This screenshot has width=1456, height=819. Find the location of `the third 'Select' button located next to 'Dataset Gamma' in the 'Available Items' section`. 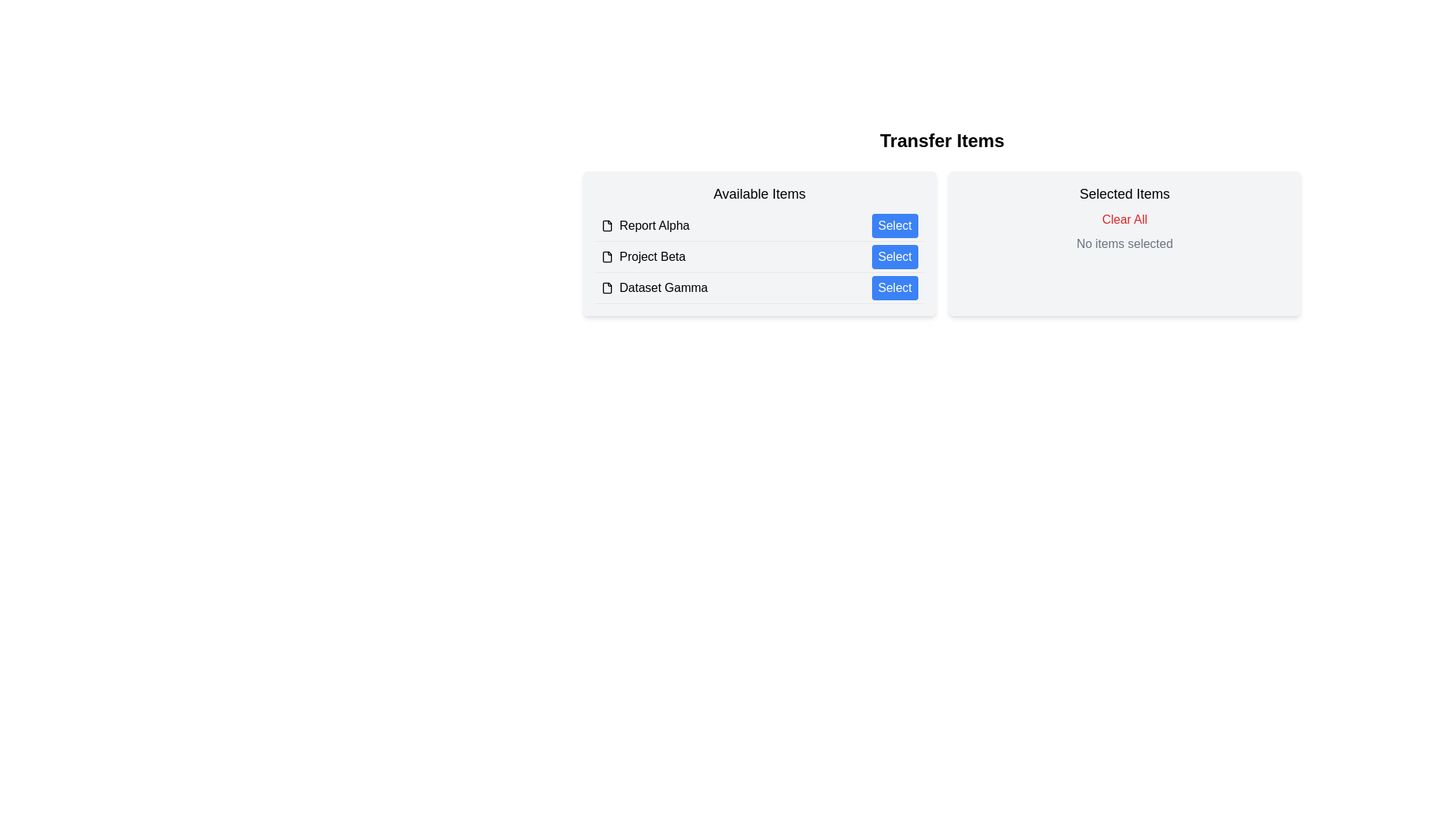

the third 'Select' button located next to 'Dataset Gamma' in the 'Available Items' section is located at coordinates (895, 288).